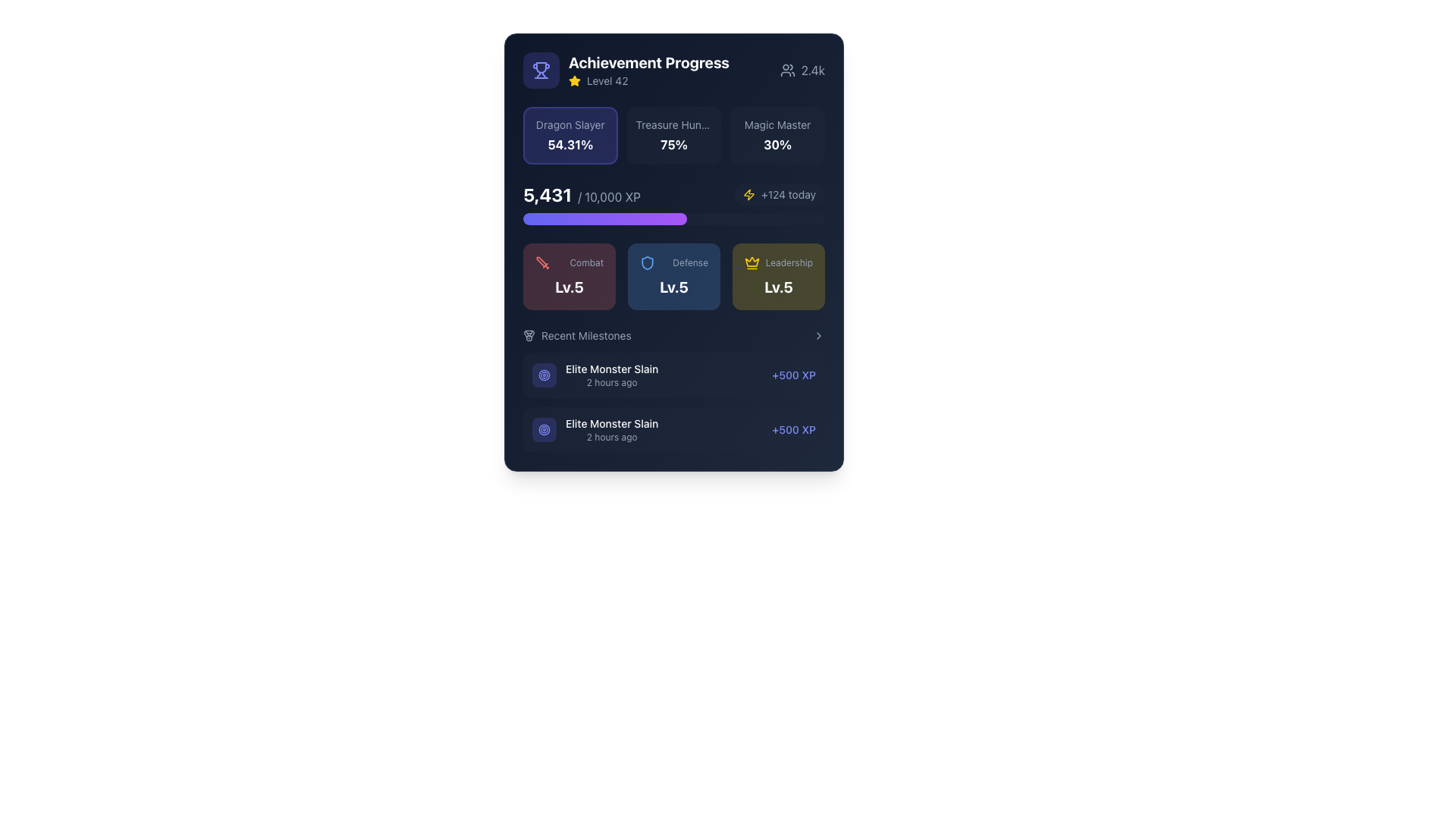 Image resolution: width=1456 pixels, height=819 pixels. I want to click on the shield-shaped icon with a blue outline located to the left of the 'Defense' text in the middle column of the main card's second row, so click(648, 262).